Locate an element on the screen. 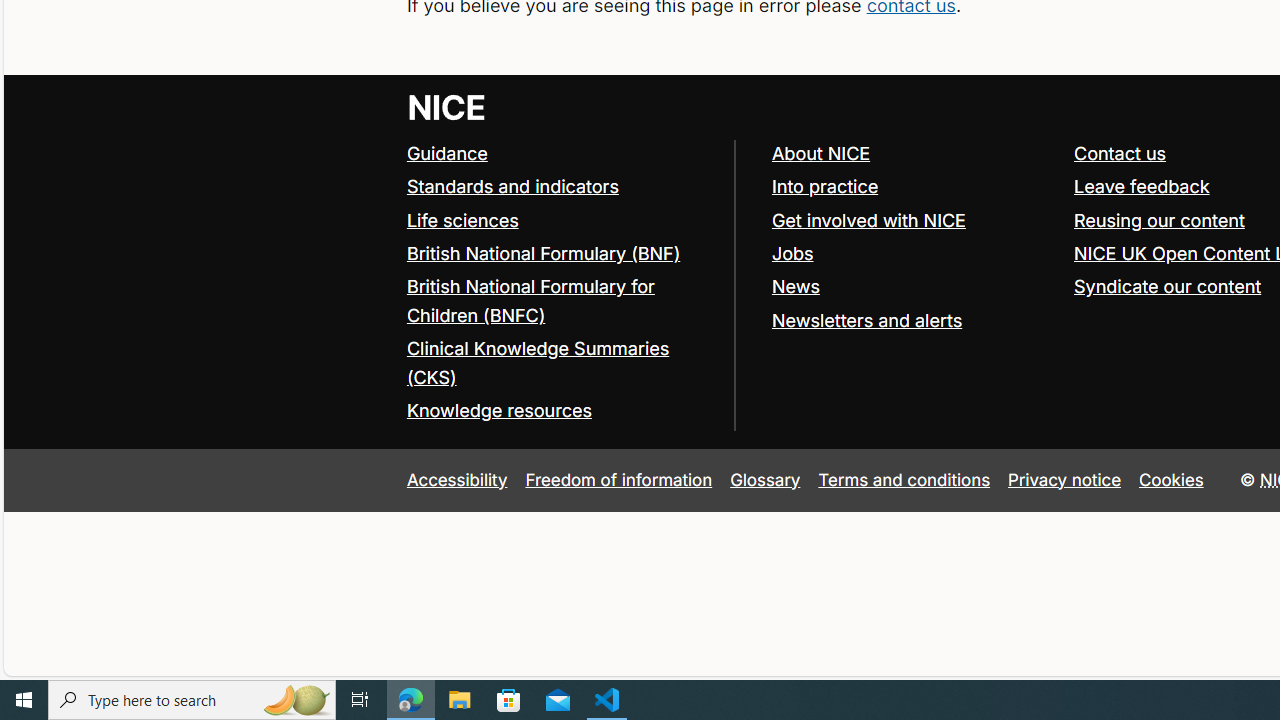 The width and height of the screenshot is (1280, 720). 'Life sciences' is located at coordinates (461, 219).